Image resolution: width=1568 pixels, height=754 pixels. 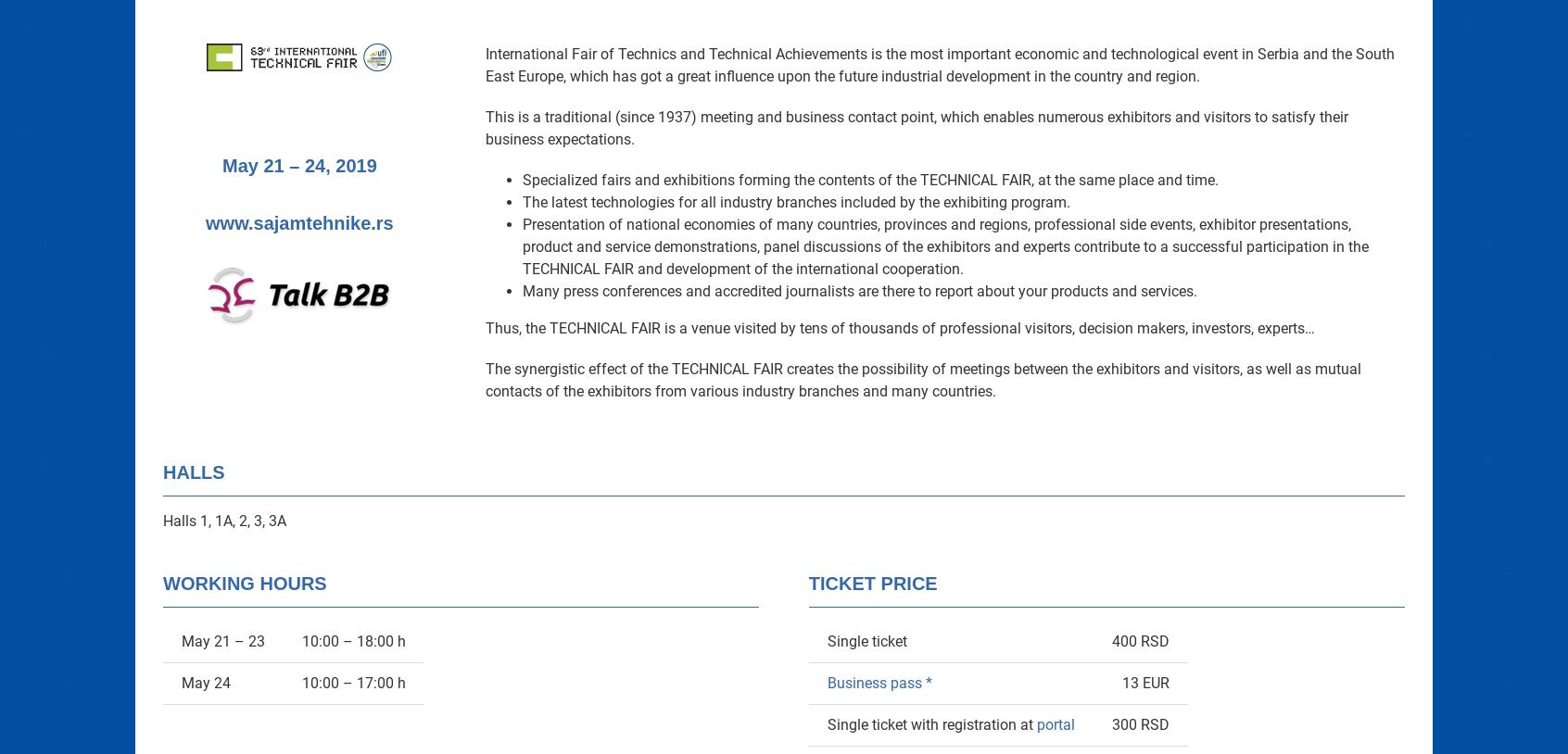 What do you see at coordinates (872, 584) in the screenshot?
I see `'TICKET PRICE'` at bounding box center [872, 584].